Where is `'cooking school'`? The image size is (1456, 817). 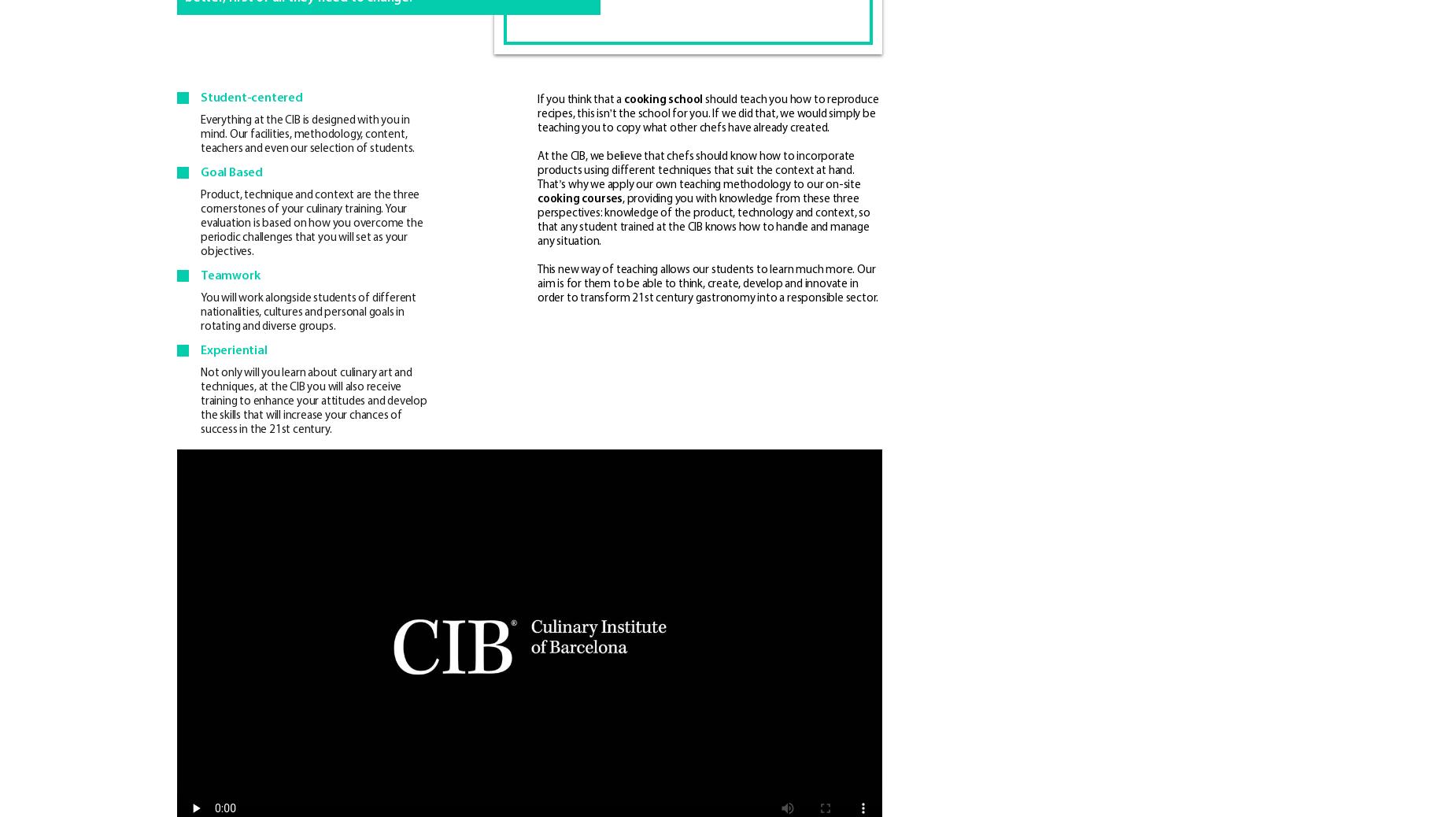
'cooking school' is located at coordinates (663, 98).